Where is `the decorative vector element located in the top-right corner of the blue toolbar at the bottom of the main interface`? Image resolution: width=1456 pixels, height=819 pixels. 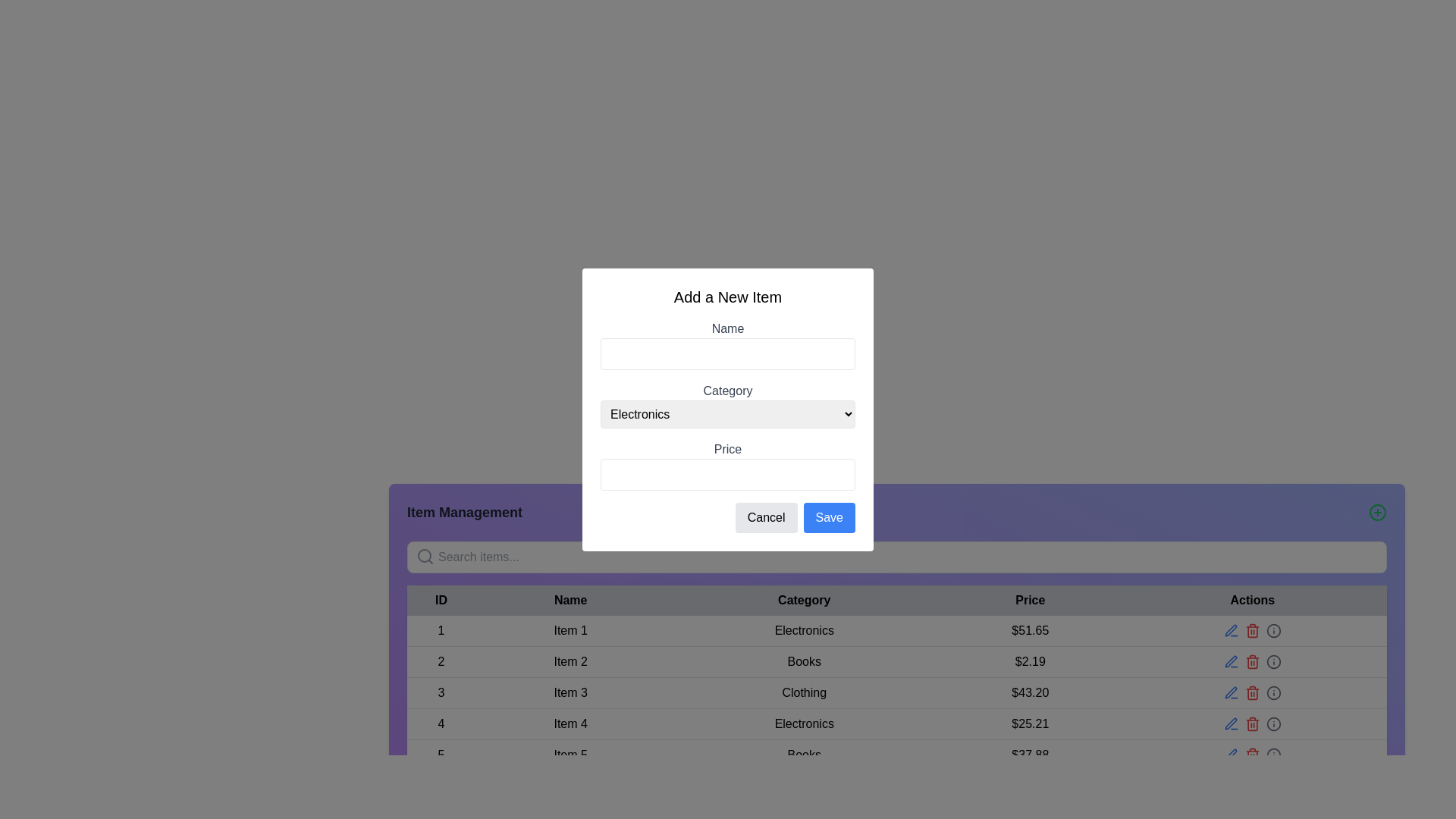 the decorative vector element located in the top-right corner of the blue toolbar at the bottom of the main interface is located at coordinates (1378, 512).